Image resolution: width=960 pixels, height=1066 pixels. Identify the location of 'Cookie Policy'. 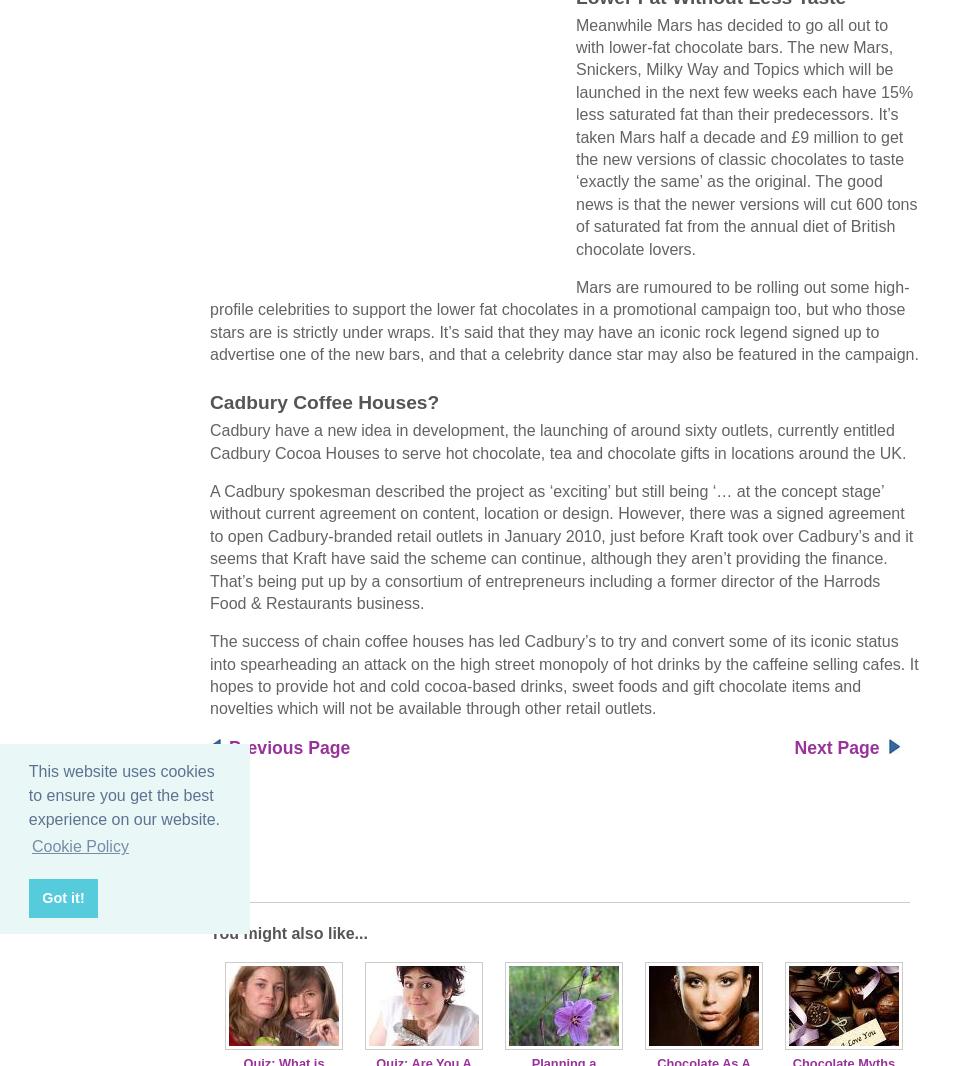
(79, 846).